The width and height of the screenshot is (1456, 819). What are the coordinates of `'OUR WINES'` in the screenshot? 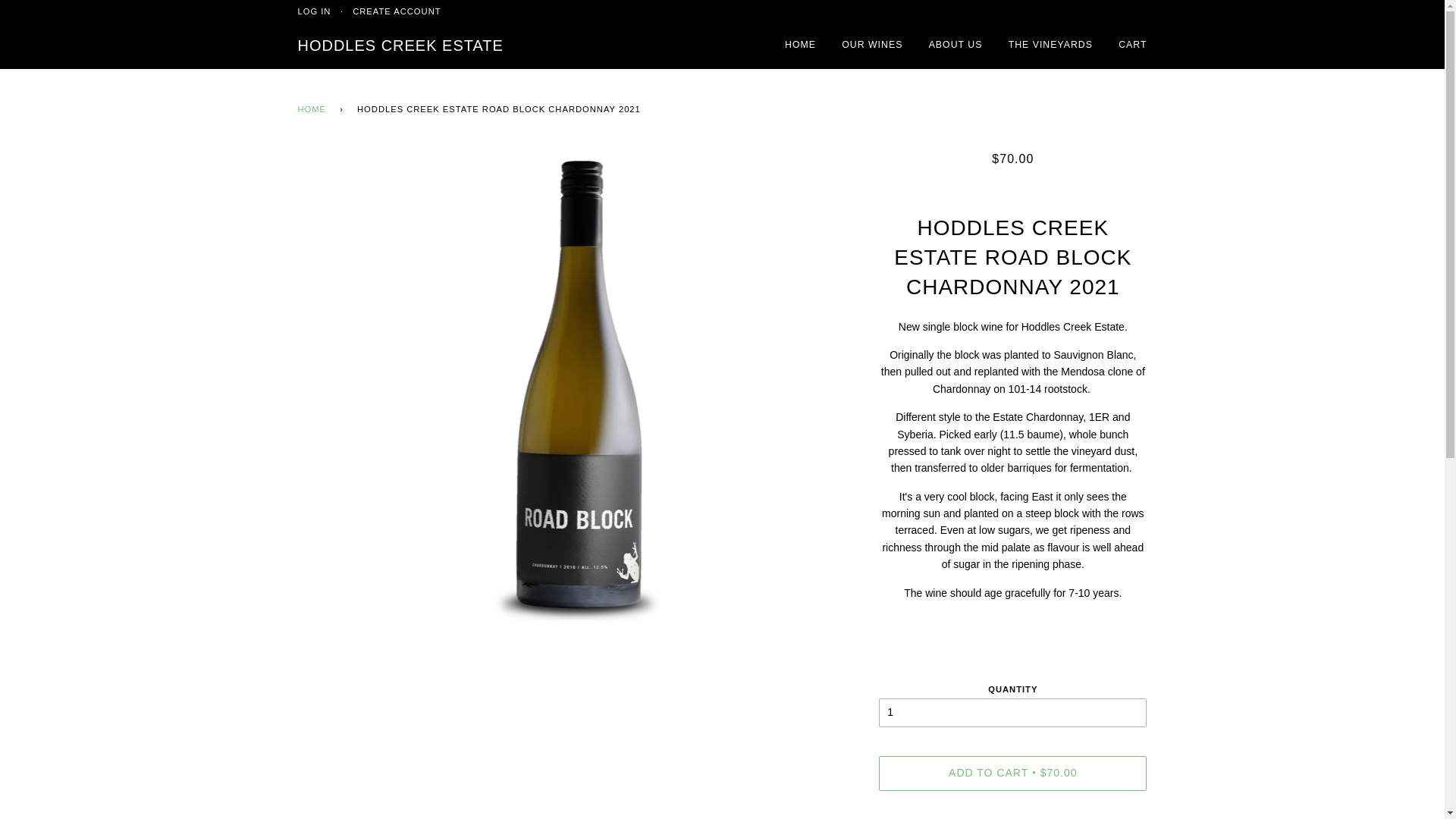 It's located at (872, 45).